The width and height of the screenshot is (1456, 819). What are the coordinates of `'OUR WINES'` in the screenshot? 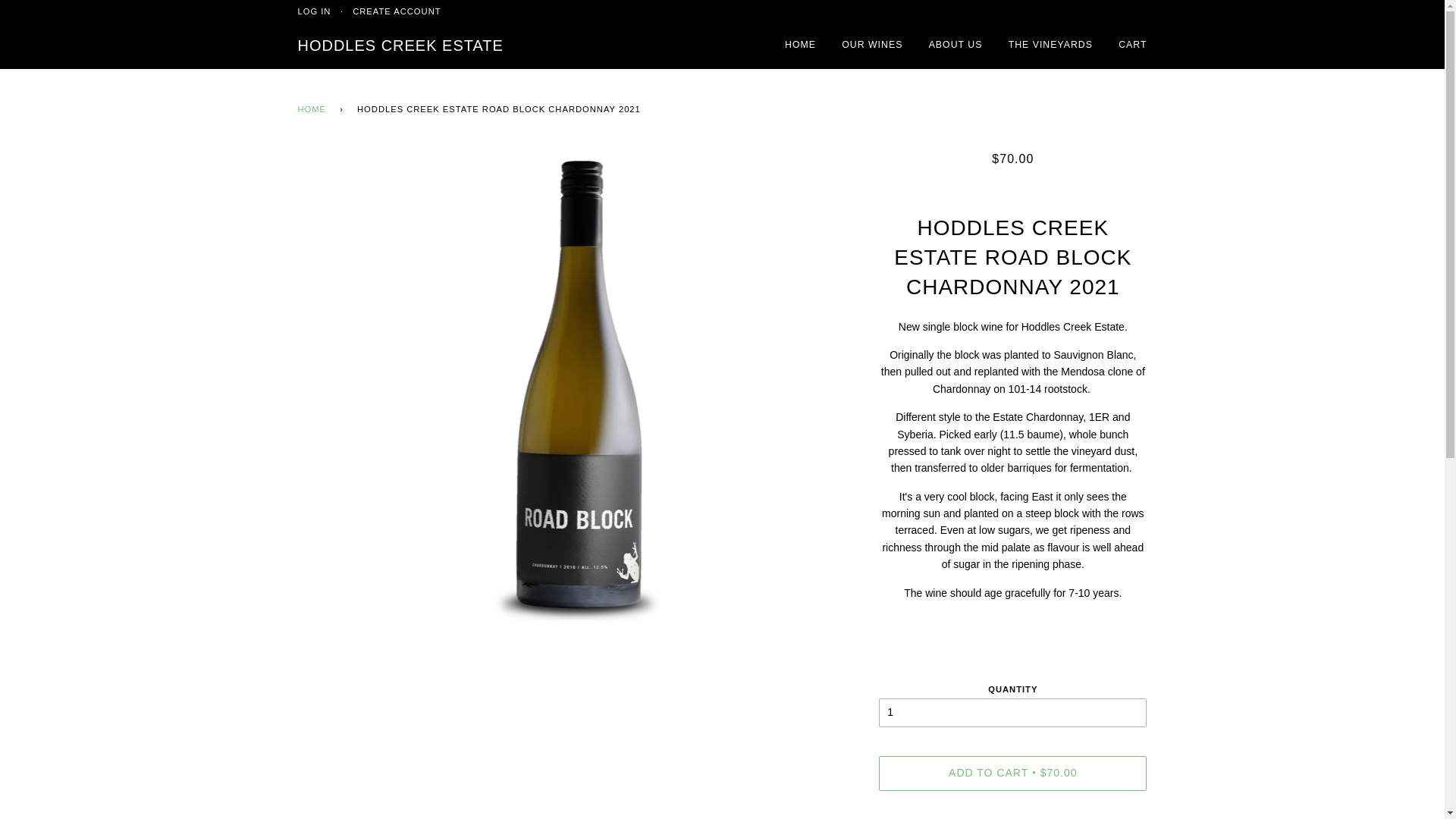 It's located at (872, 45).